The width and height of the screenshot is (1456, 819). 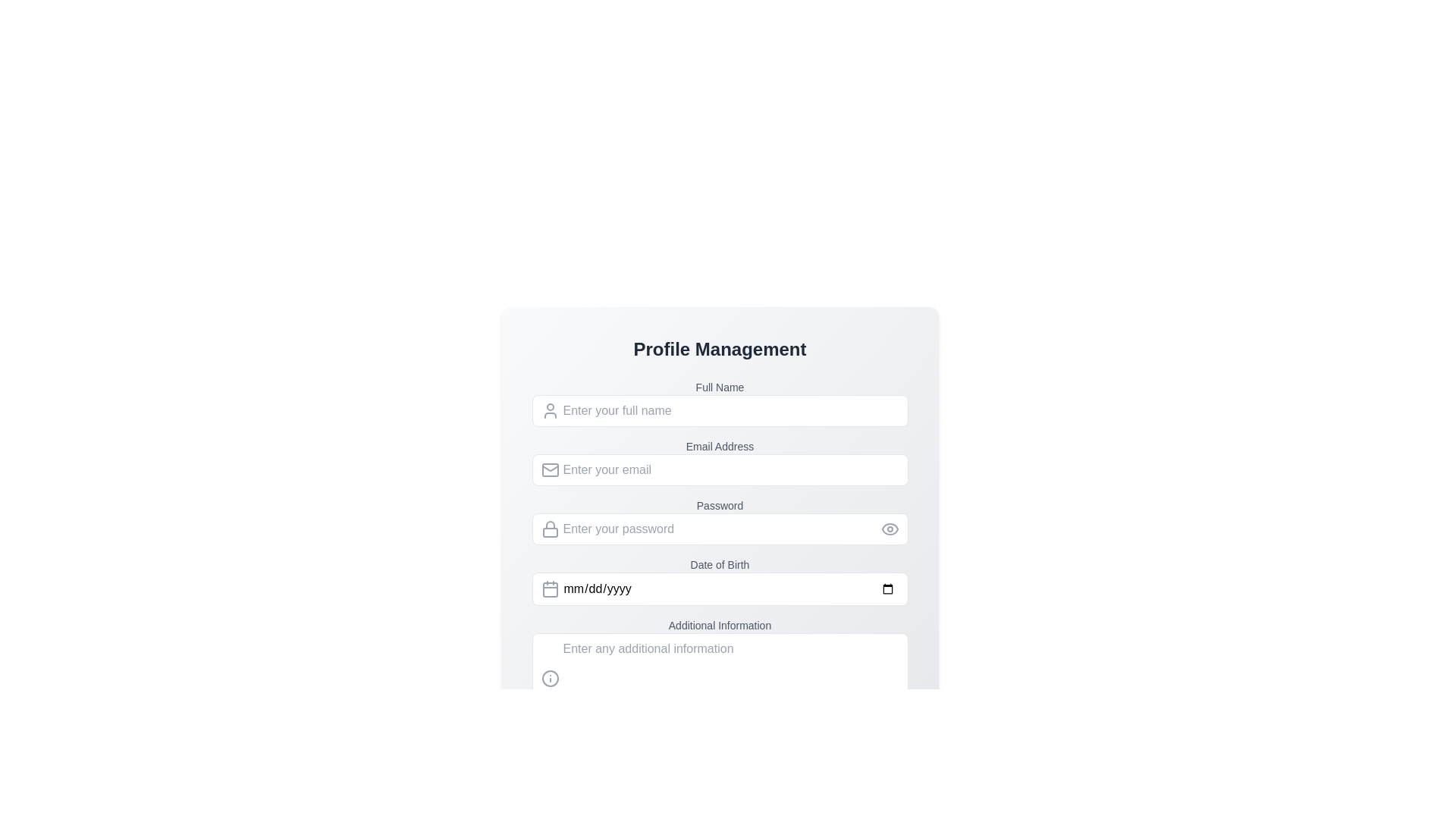 I want to click on the padlock icon located to the left of the password input field labeled 'Password', indicating the field is for entering a password, so click(x=549, y=524).